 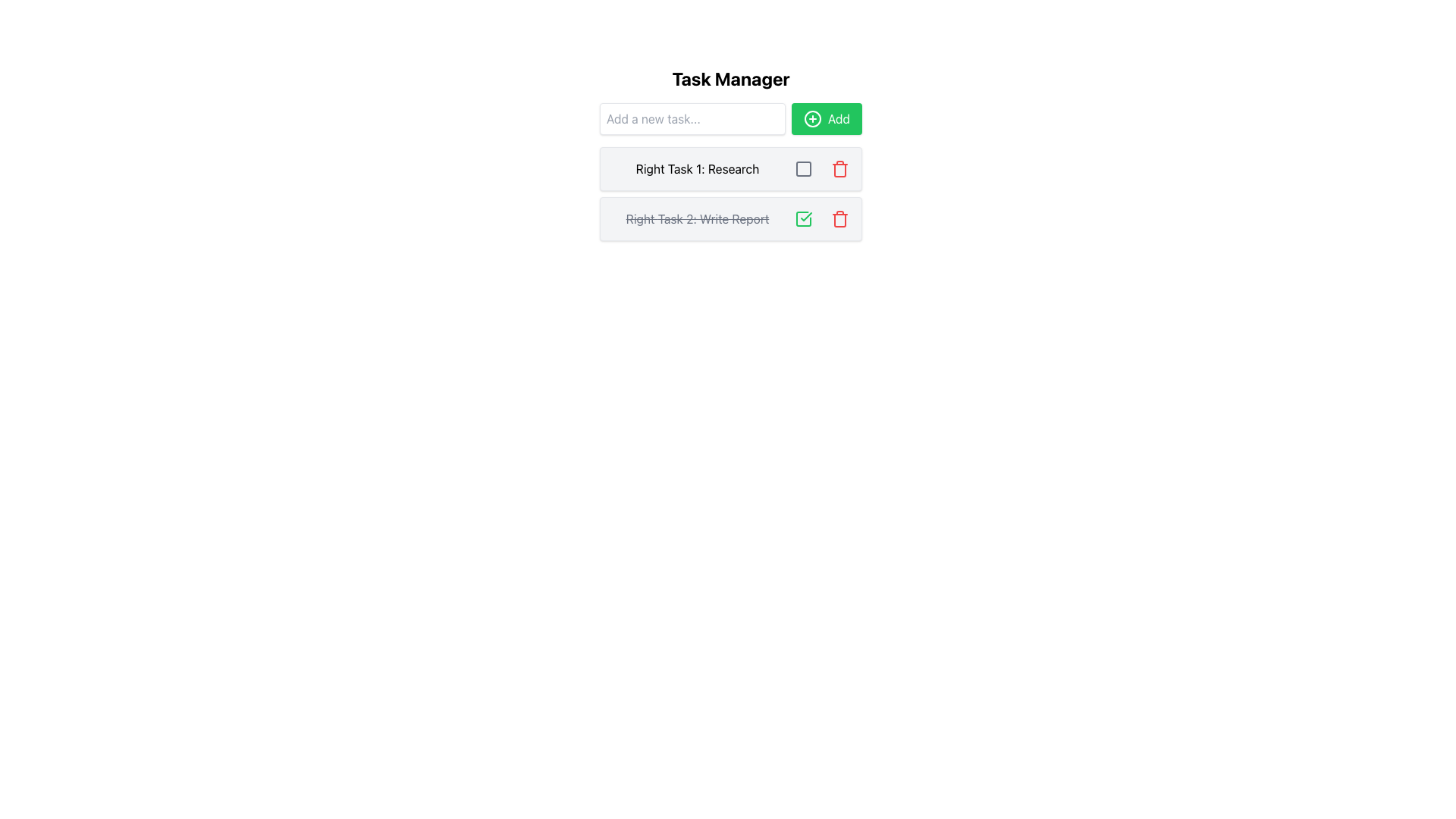 I want to click on the checkbox icon next to the task 'Right Task 1: Research', so click(x=803, y=169).